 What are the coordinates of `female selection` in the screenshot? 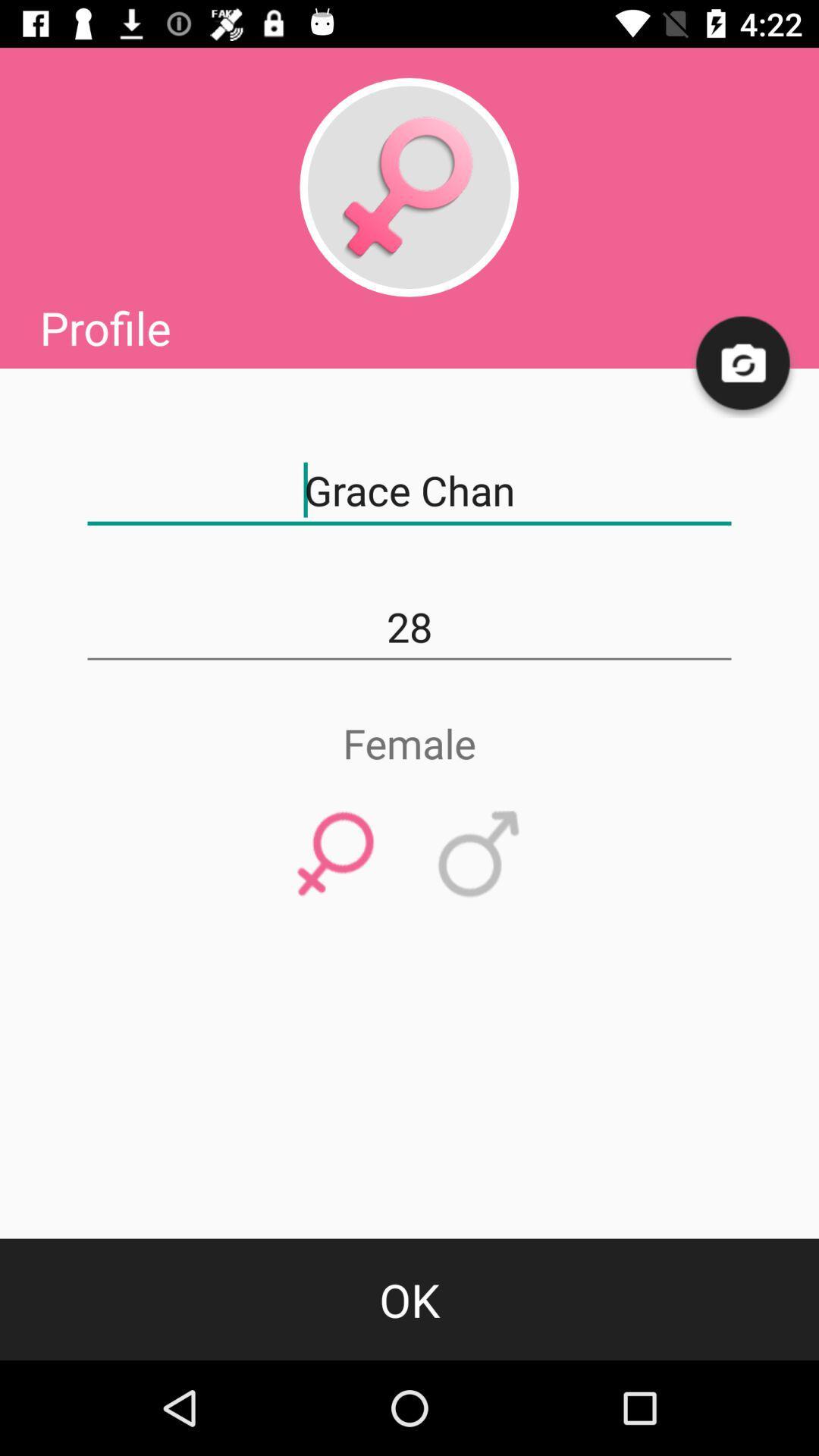 It's located at (335, 855).